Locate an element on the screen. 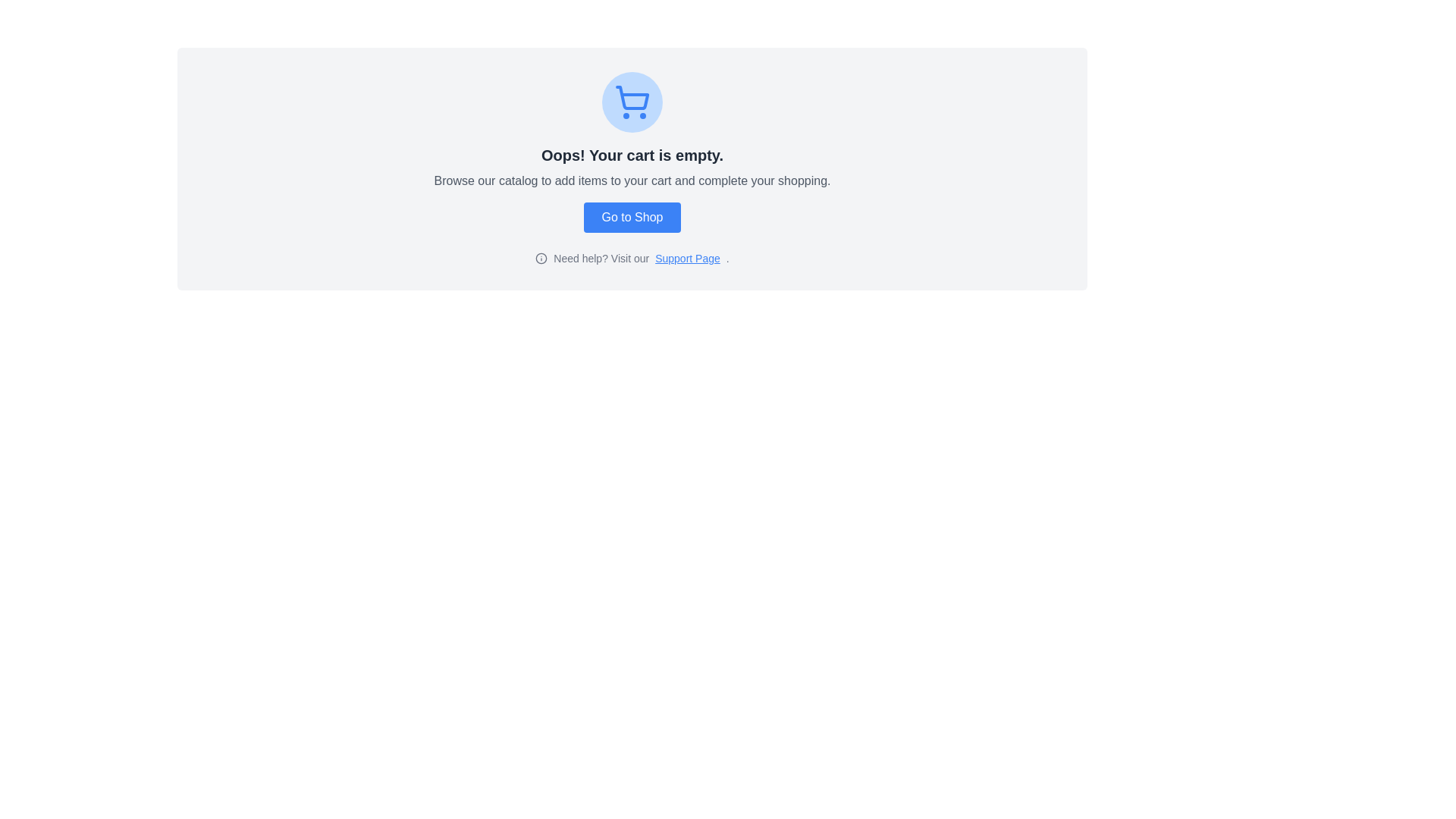  the graphical icon representing an empty shopping cart status, which is located centrally above the 'Oops! Your cart is empty.' text is located at coordinates (632, 102).